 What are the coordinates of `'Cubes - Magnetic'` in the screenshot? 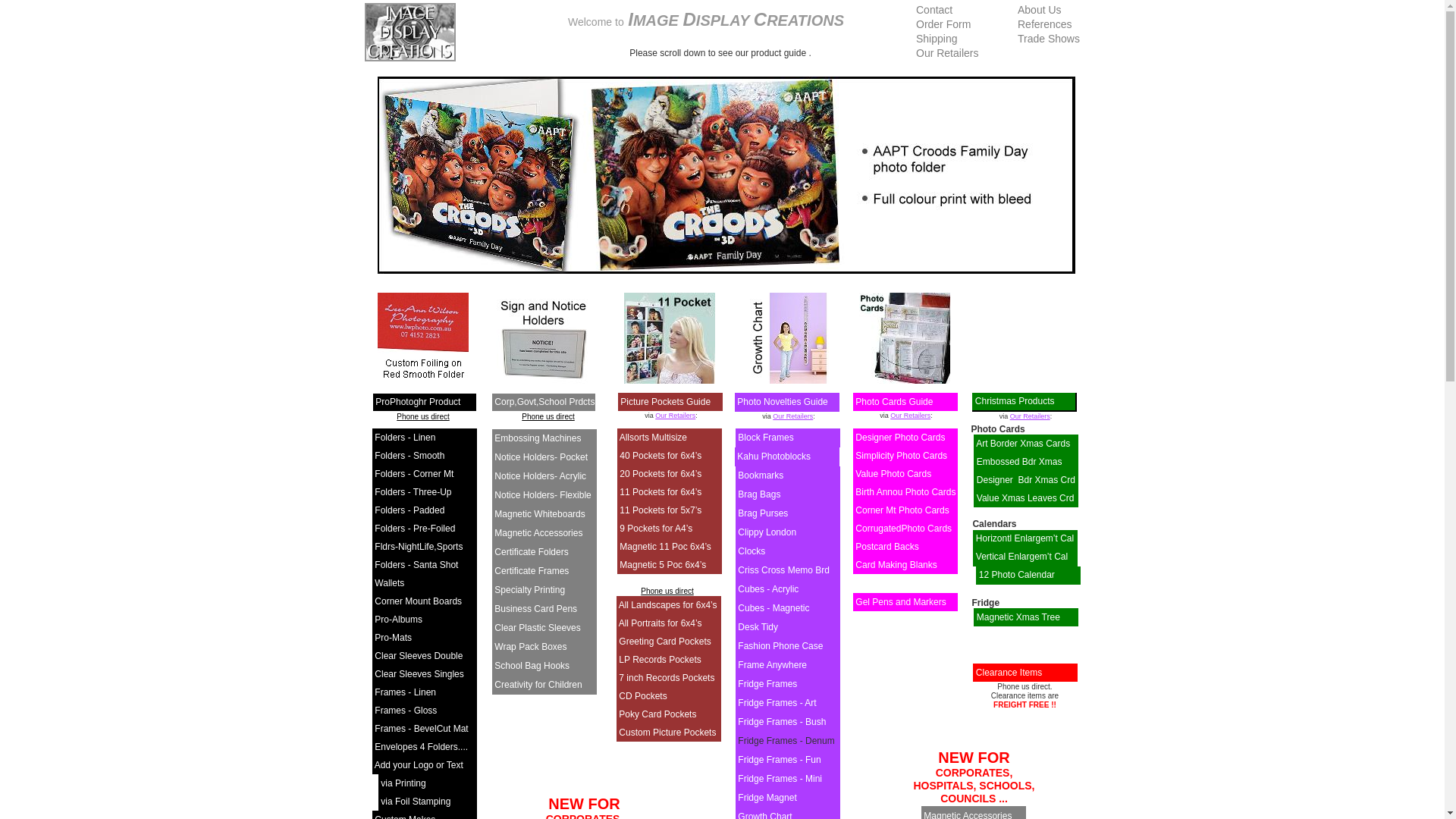 It's located at (773, 607).